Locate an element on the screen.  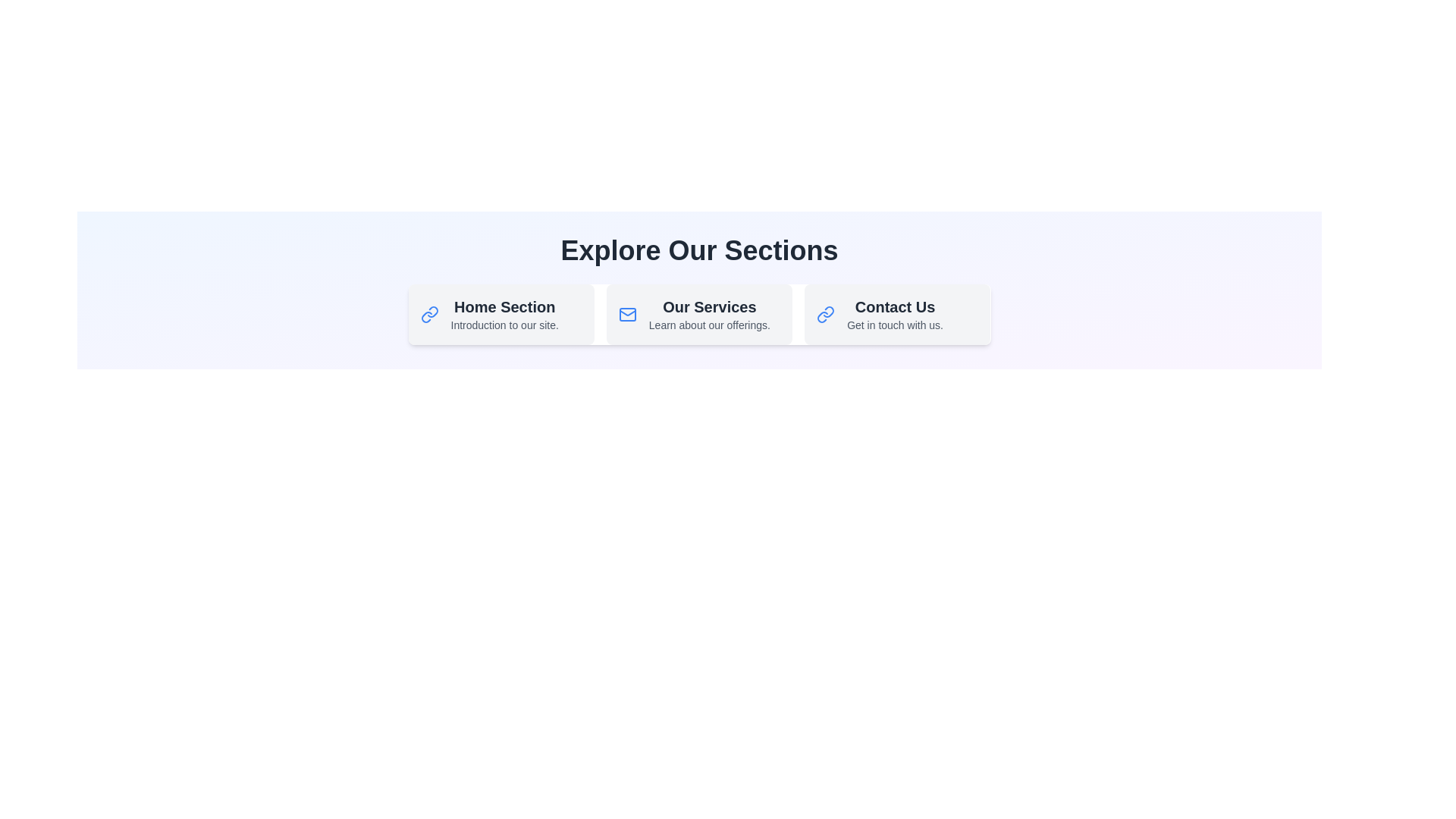
the rectangular shape with rounded corners within the envelope icon in the 'Our Services' section, located in the second column under 'Explore Our Sections' is located at coordinates (627, 314).